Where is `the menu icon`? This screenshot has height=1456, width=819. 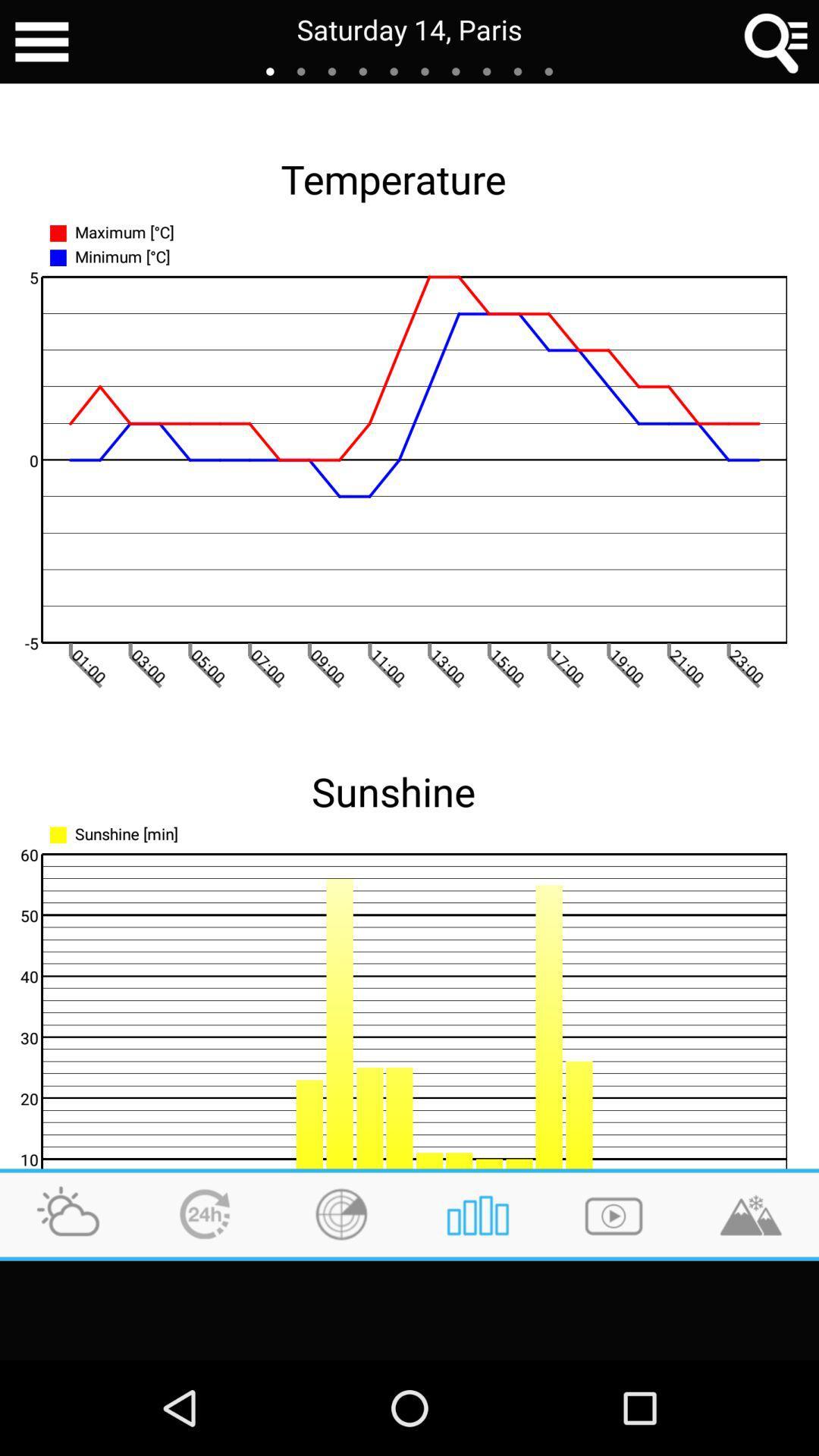
the menu icon is located at coordinates (41, 44).